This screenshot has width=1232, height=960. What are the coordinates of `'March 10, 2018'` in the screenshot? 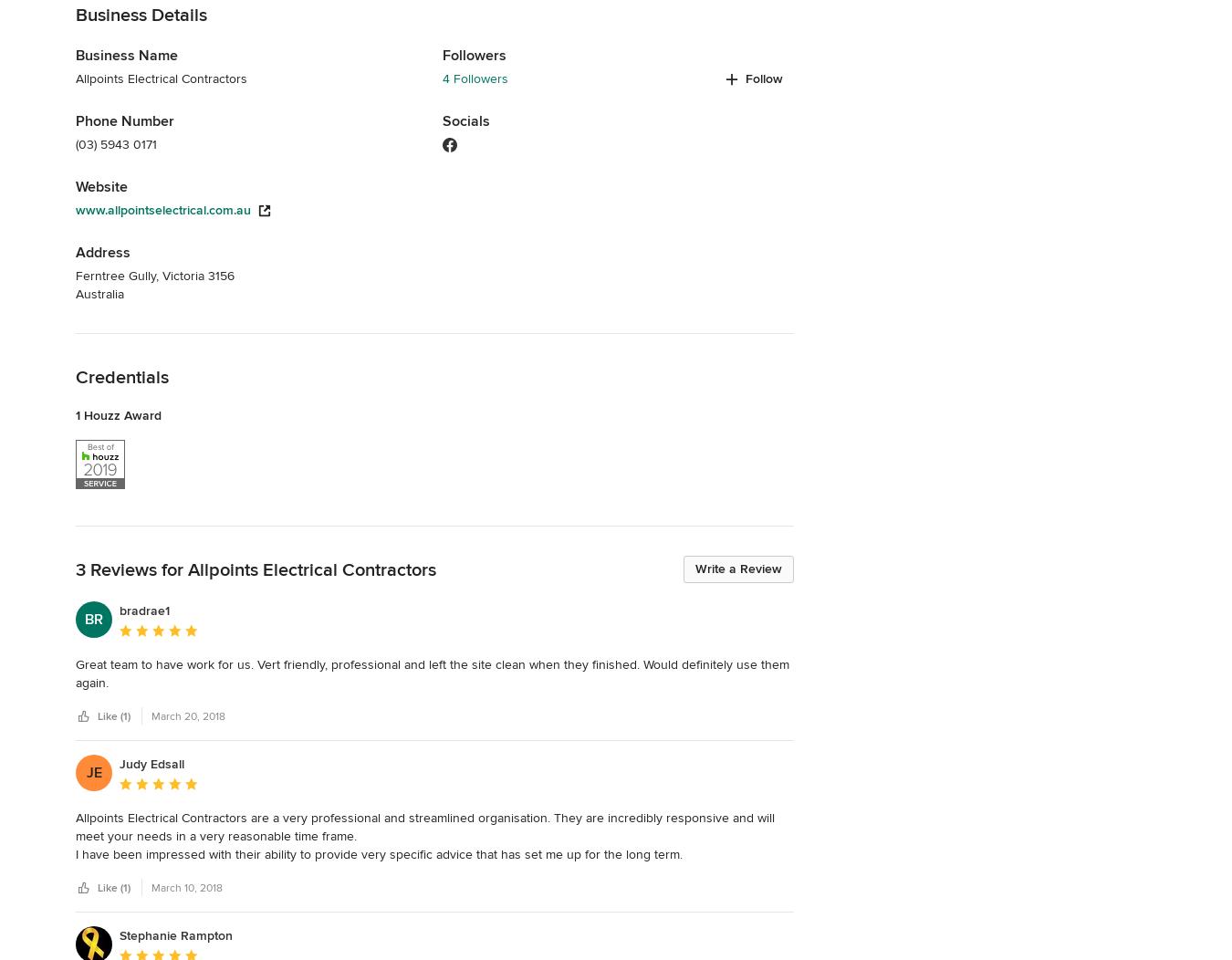 It's located at (187, 887).